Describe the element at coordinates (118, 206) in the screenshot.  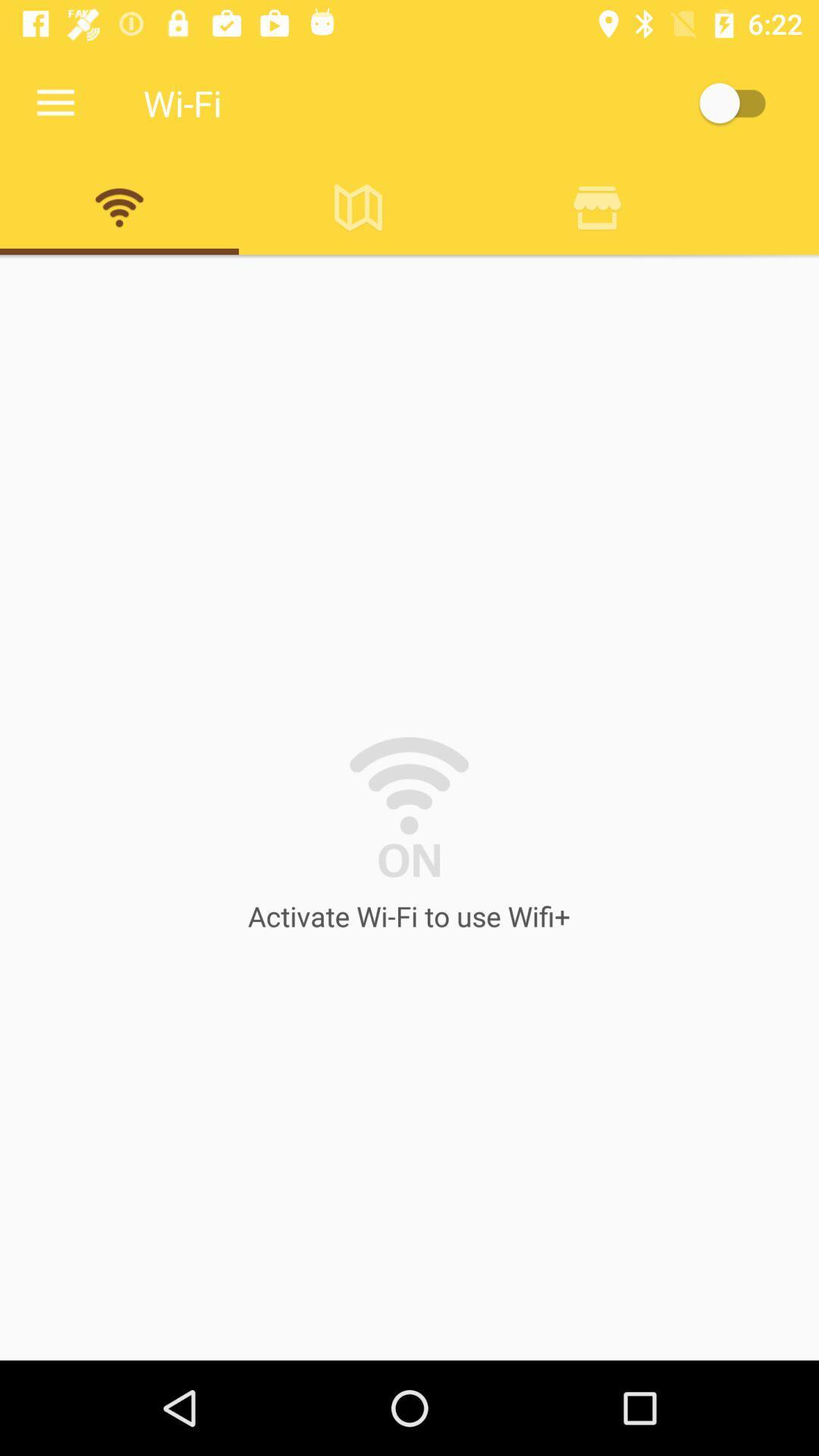
I see `wifi signal on` at that location.